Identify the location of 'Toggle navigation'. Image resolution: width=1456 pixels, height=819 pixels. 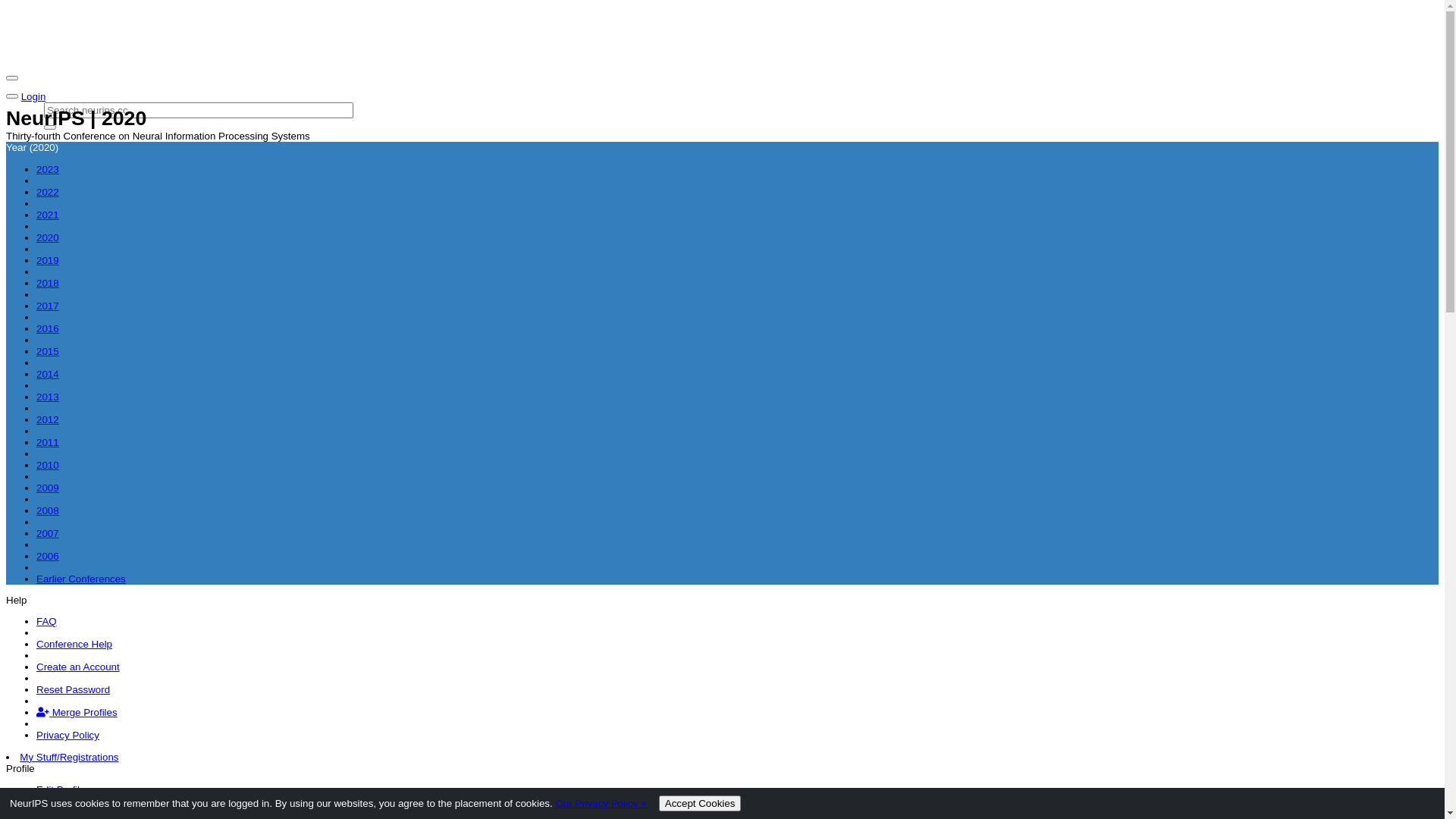
(11, 78).